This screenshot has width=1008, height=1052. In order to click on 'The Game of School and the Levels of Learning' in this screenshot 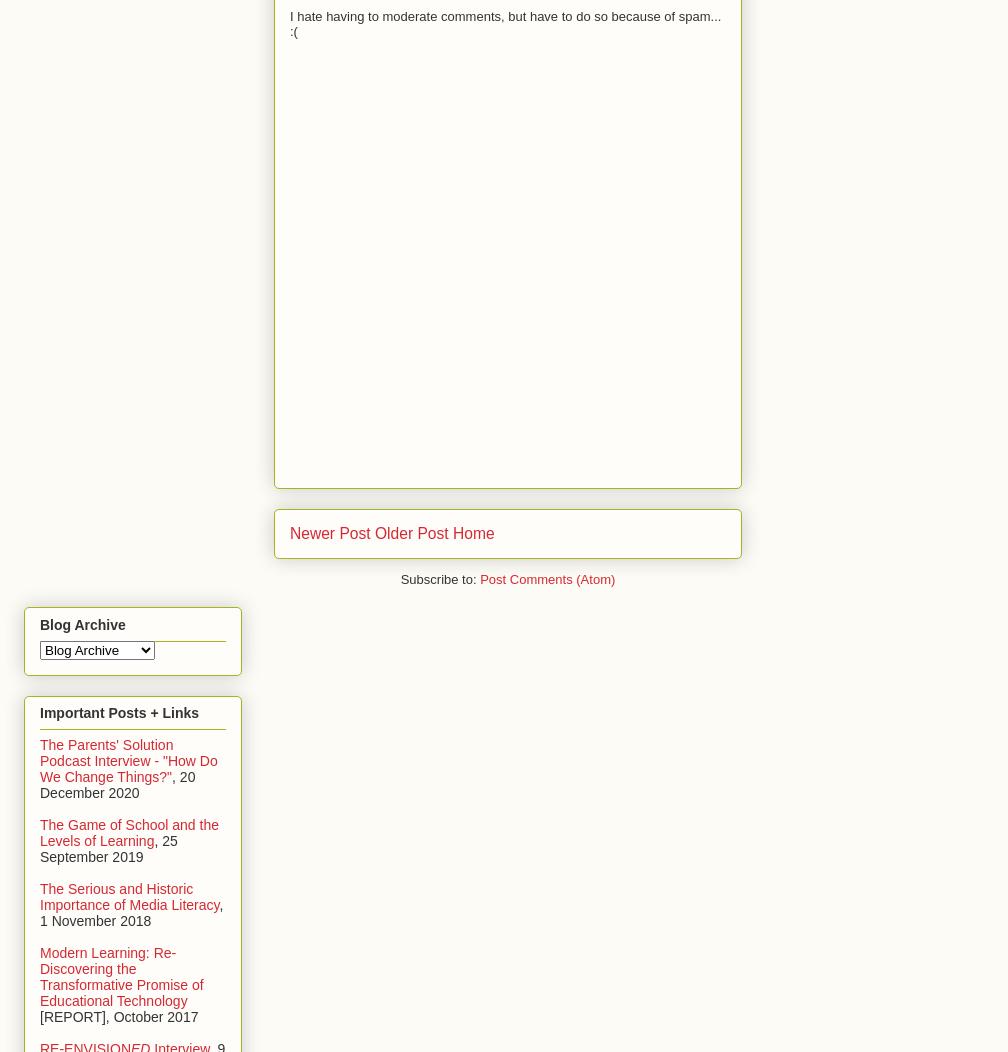, I will do `click(40, 832)`.